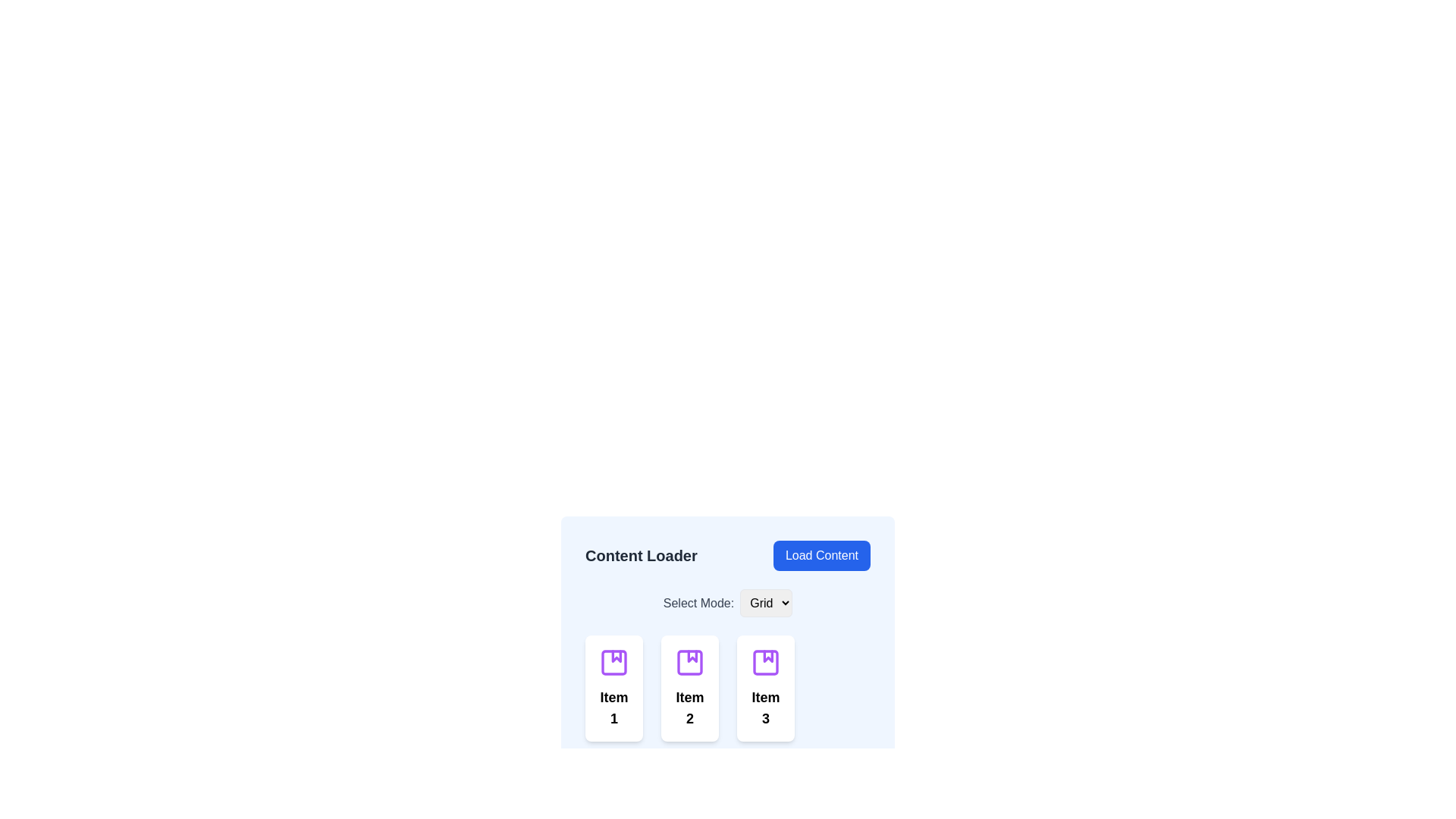 This screenshot has width=1456, height=819. Describe the element at coordinates (698, 602) in the screenshot. I see `the static text label 'Select Mode:' which indicates the adjacent dropdown menu for mode selection` at that location.